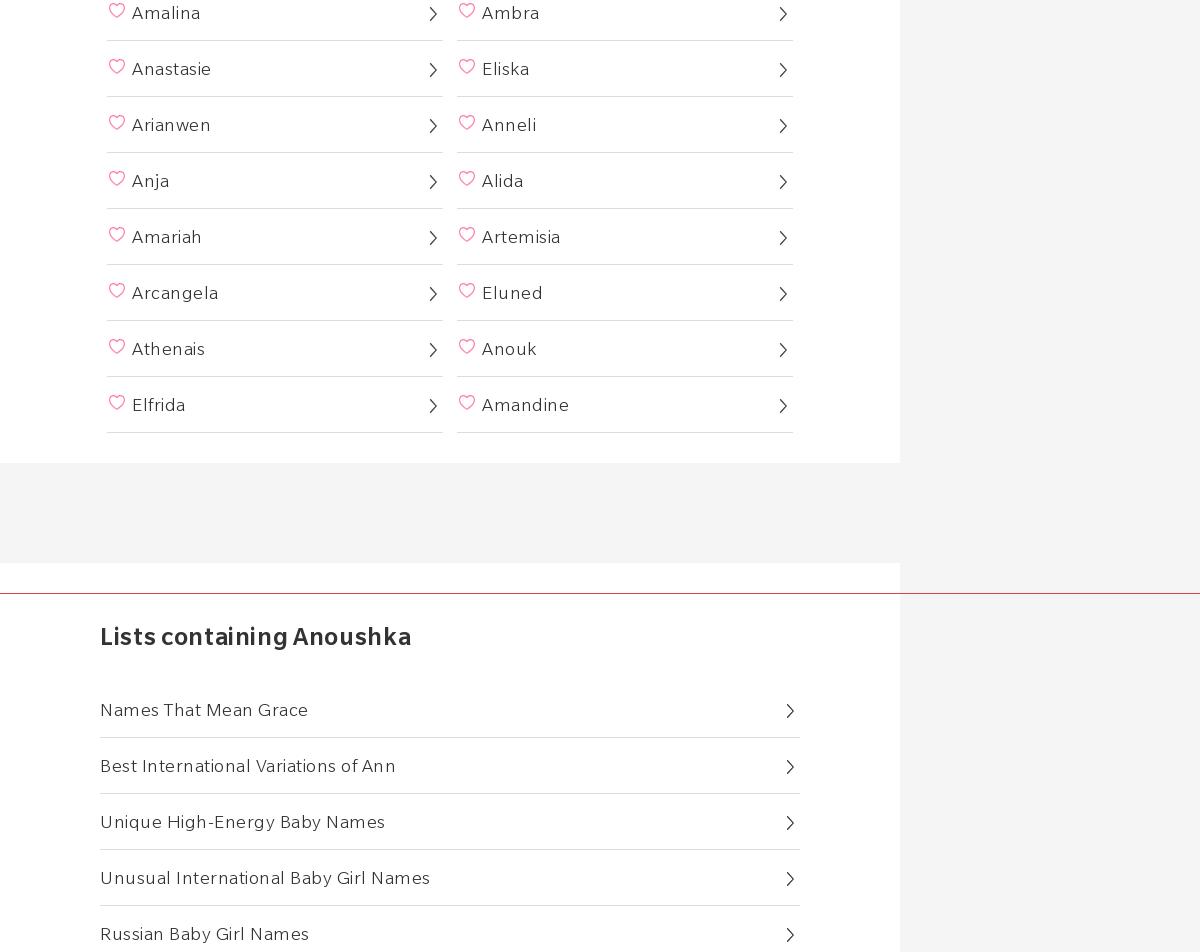 The width and height of the screenshot is (1200, 952). I want to click on 'Unique High-Energy Baby Names', so click(99, 820).